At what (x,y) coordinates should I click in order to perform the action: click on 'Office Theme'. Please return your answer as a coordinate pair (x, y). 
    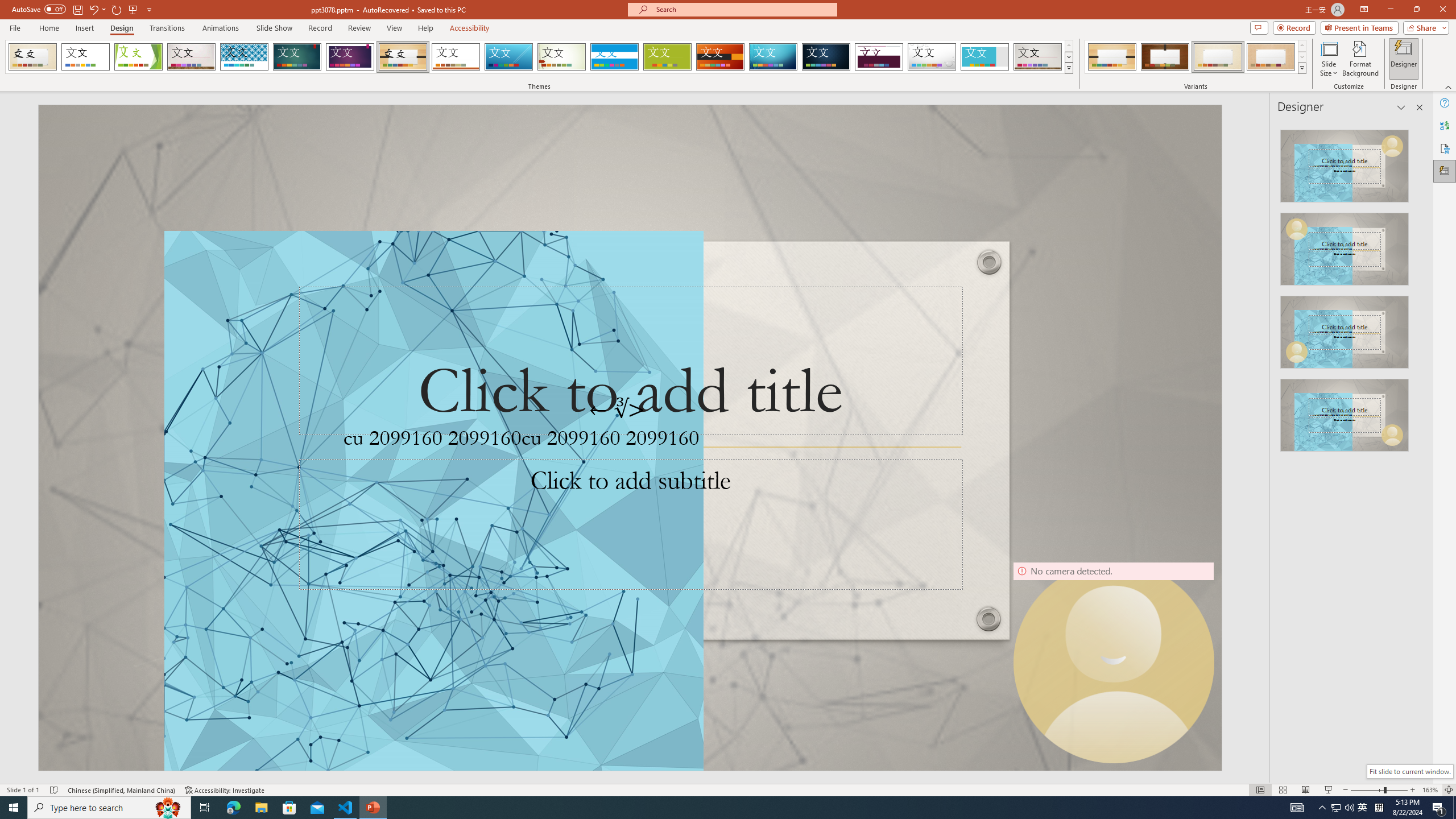
    Looking at the image, I should click on (85, 56).